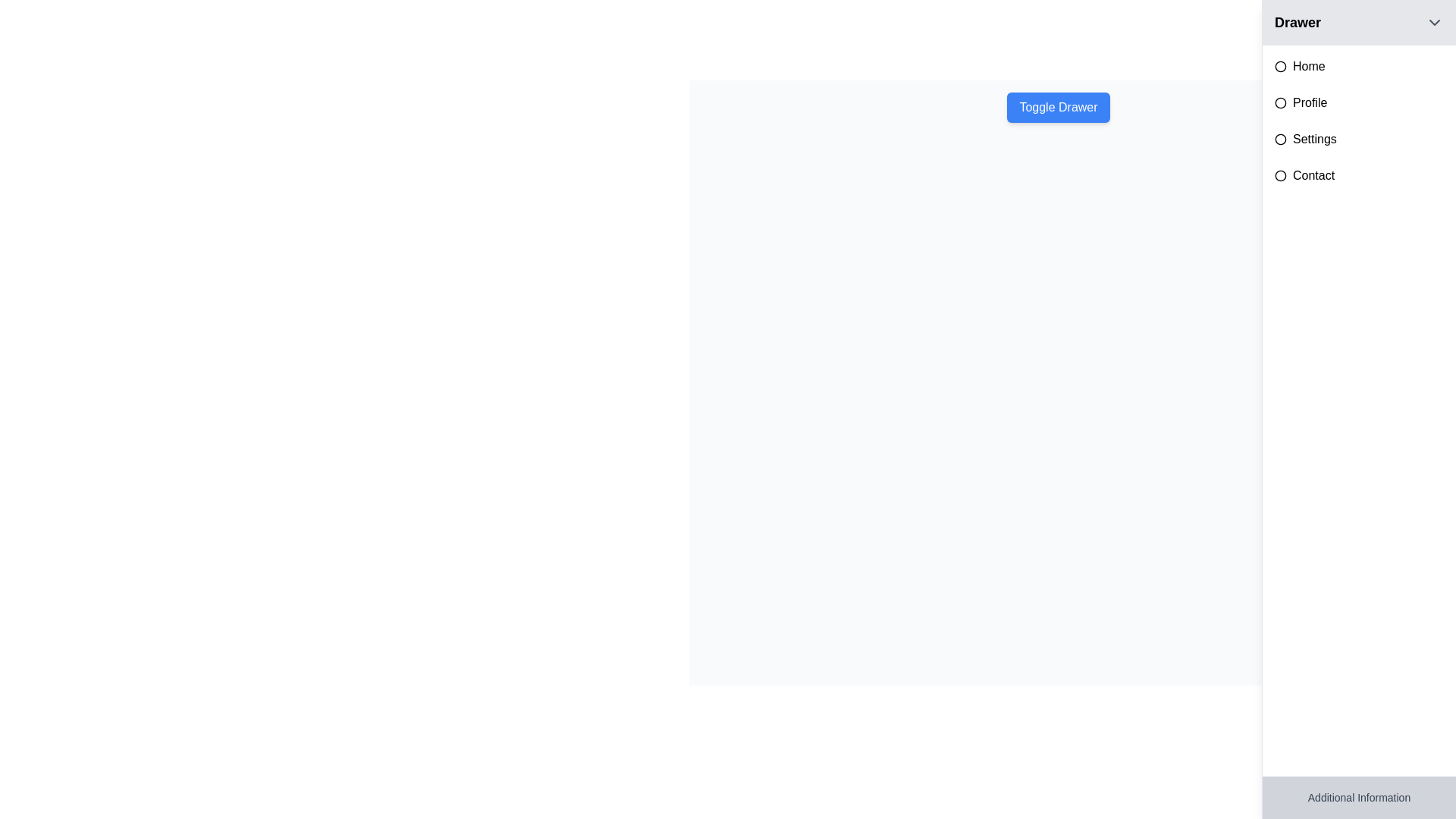  What do you see at coordinates (1280, 66) in the screenshot?
I see `the circular graphical icon located at the beginning of the 'Home' menu item in the vertical menu layout` at bounding box center [1280, 66].